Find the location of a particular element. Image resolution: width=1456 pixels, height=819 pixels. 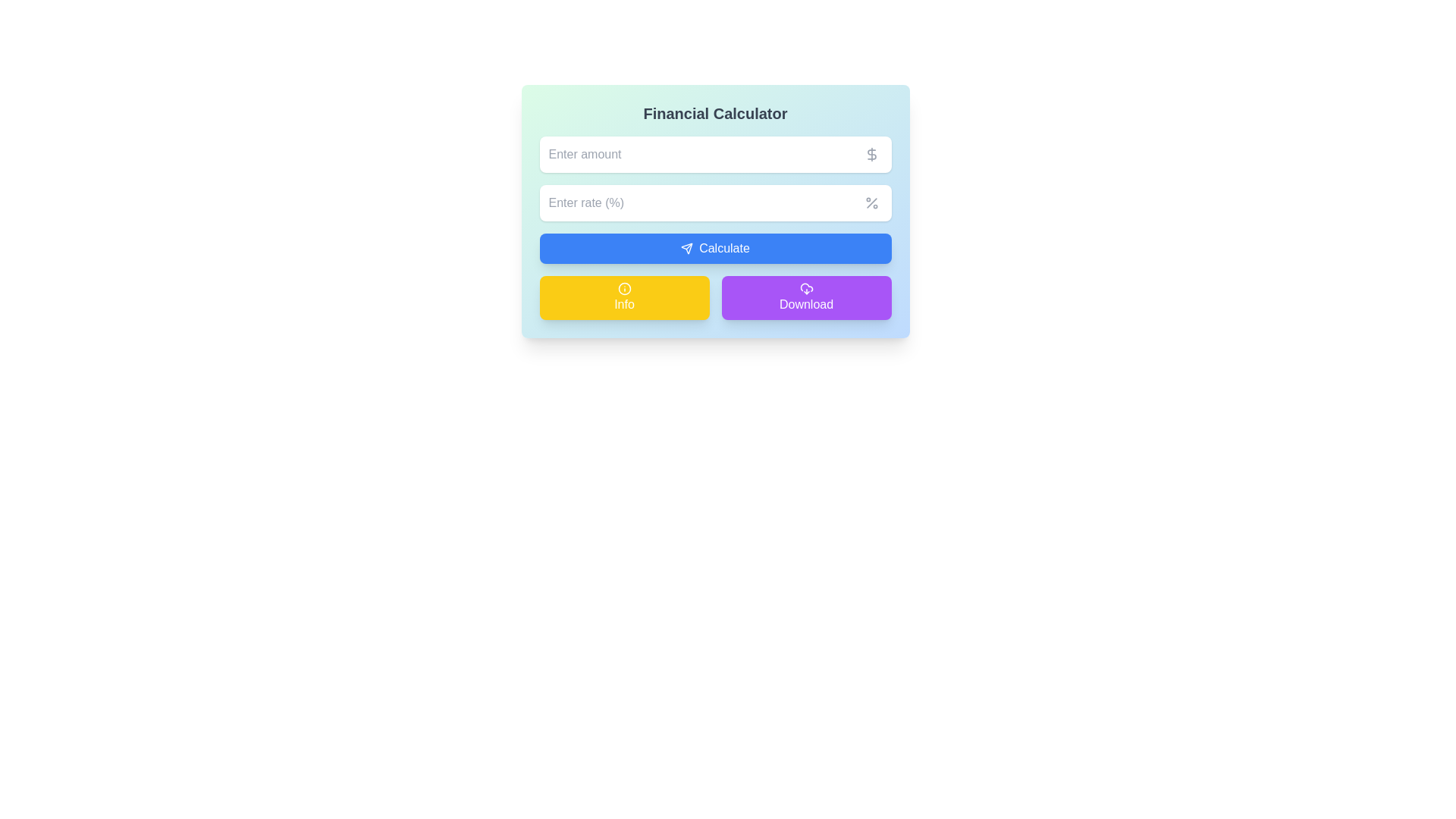

the visual indicator icon located slightly to the left of the center of the 'Calculate' button in the second row of buttons beneath the input fields is located at coordinates (686, 247).